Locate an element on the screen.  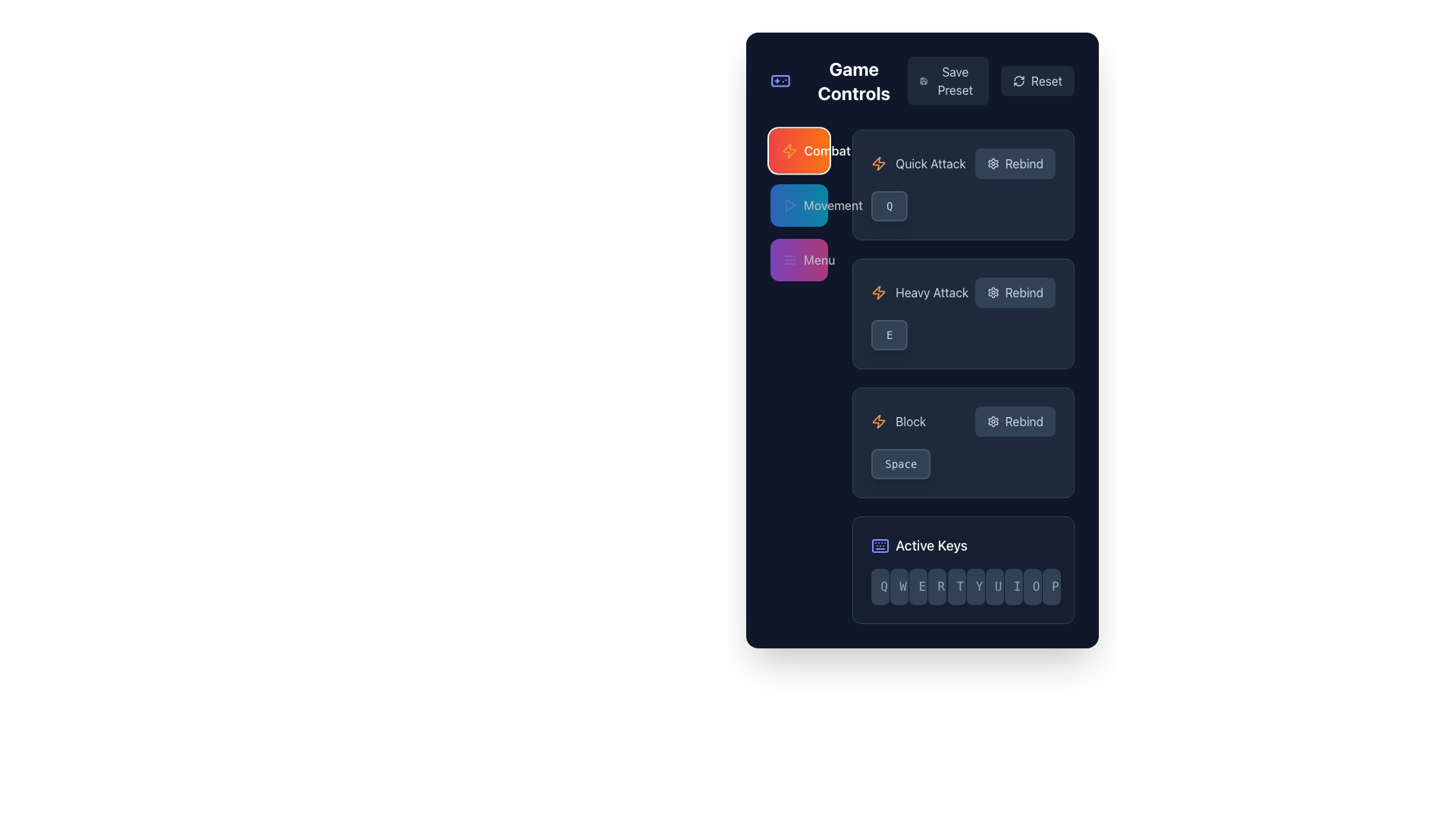
the 'Quick Attack' static text label, which is the rightmost element in the first row of the 'Combat' section, providing a description of the associated action is located at coordinates (930, 164).